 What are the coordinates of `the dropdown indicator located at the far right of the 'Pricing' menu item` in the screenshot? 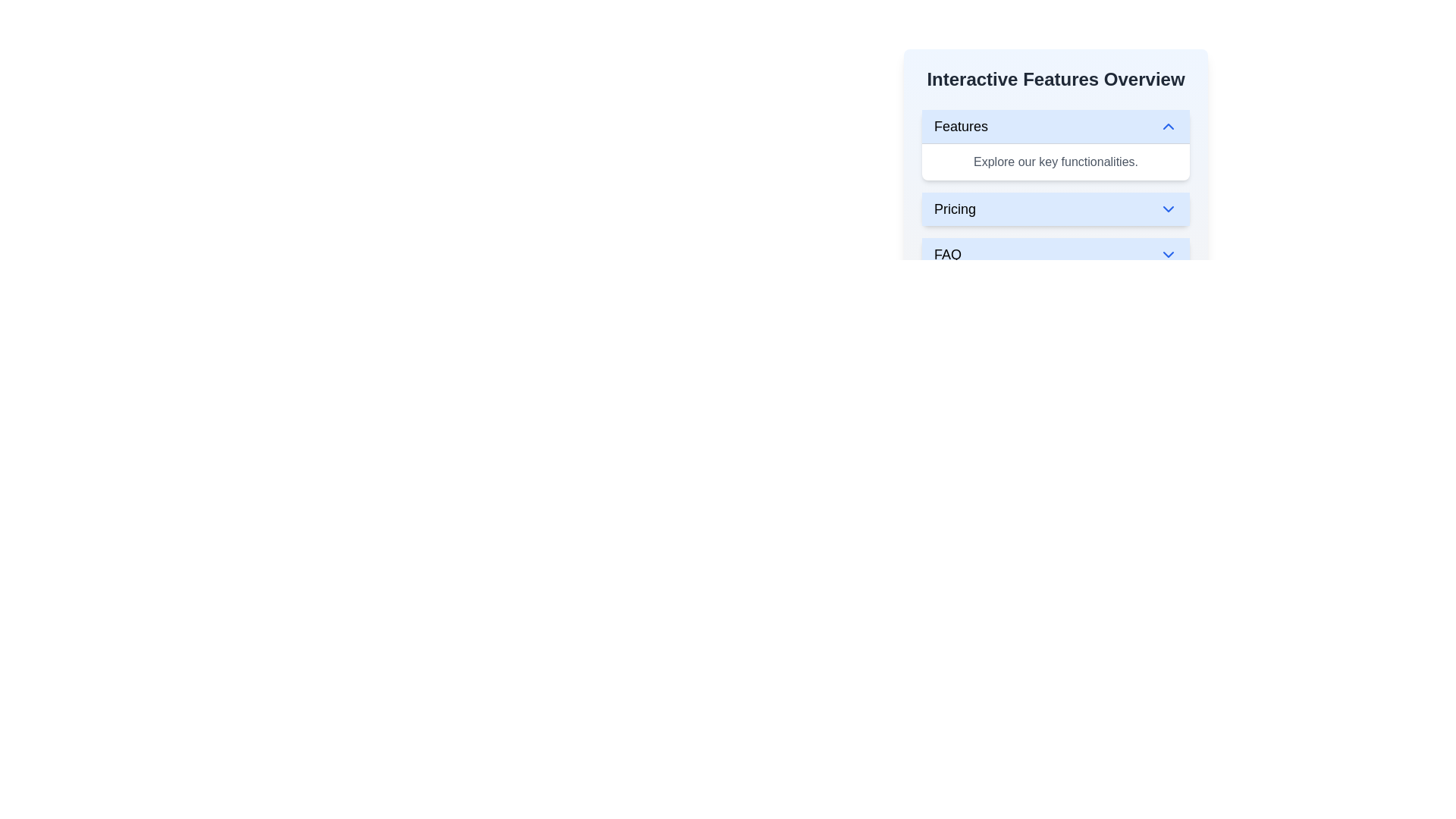 It's located at (1167, 209).